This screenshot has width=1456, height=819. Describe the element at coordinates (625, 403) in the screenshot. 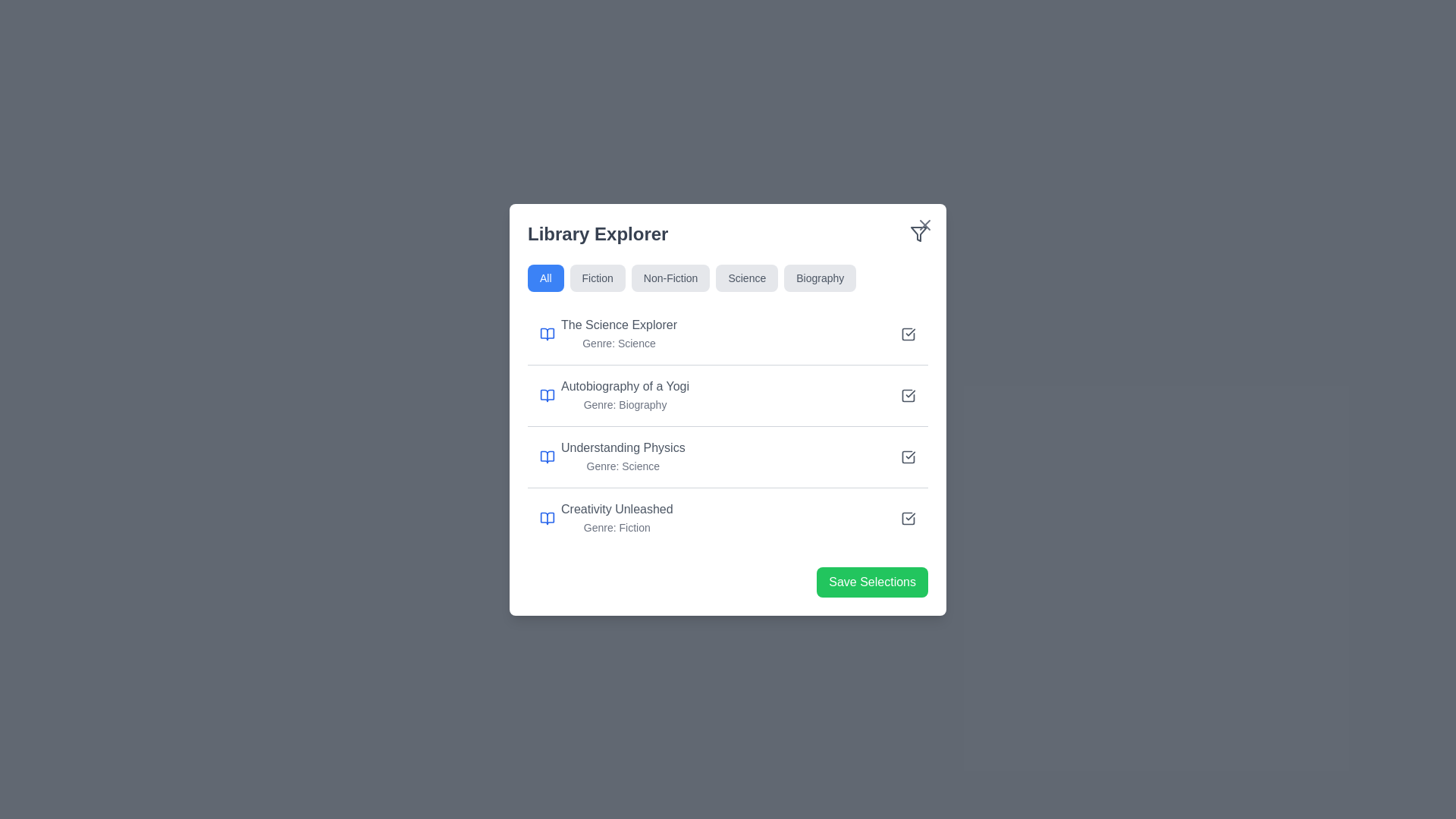

I see `the gray-colored textual label stating 'Genre: Biography' located below the title 'Autobiography of a Yogi' in the 'Library Explorer' panel` at that location.